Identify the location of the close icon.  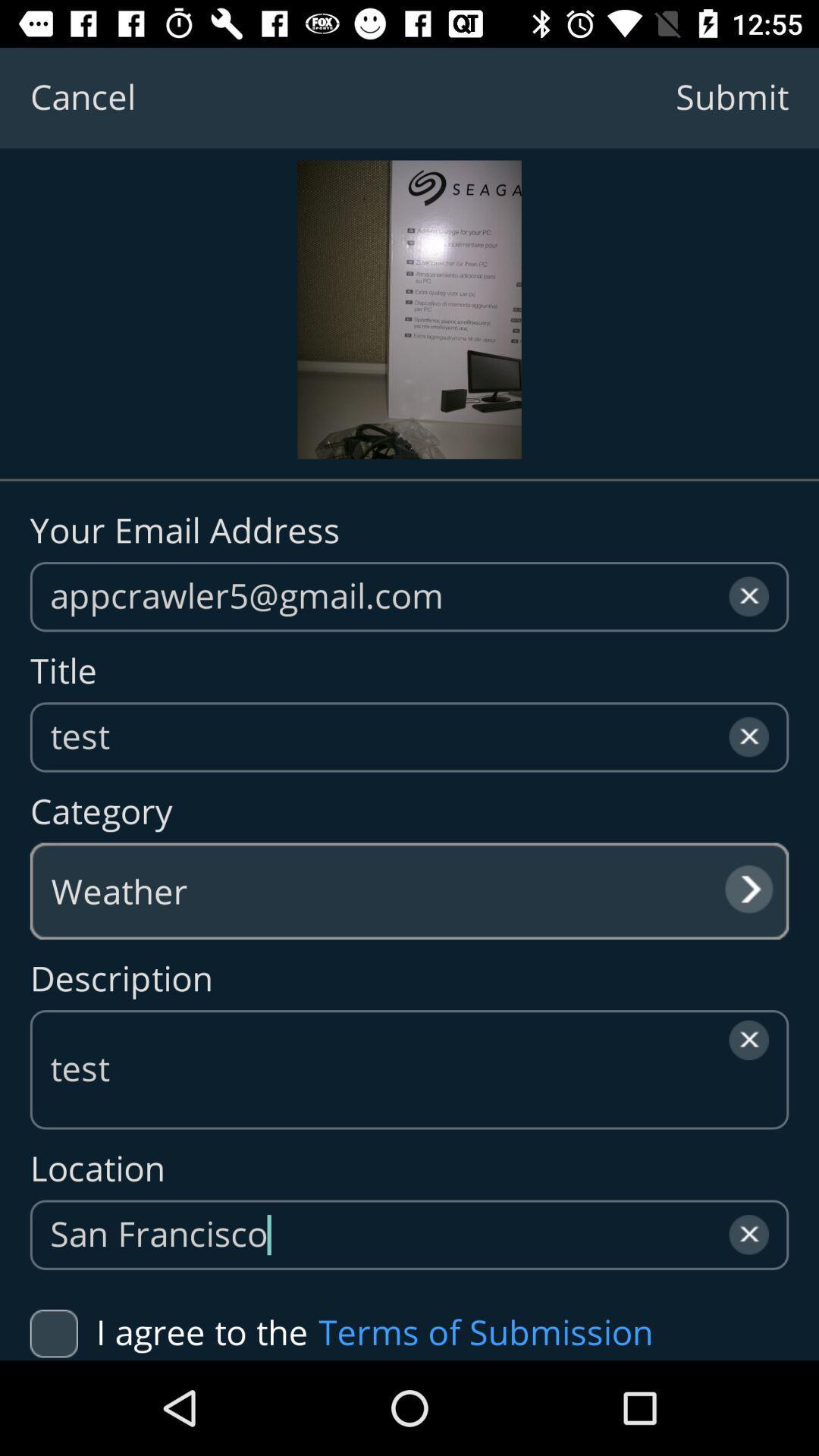
(748, 1039).